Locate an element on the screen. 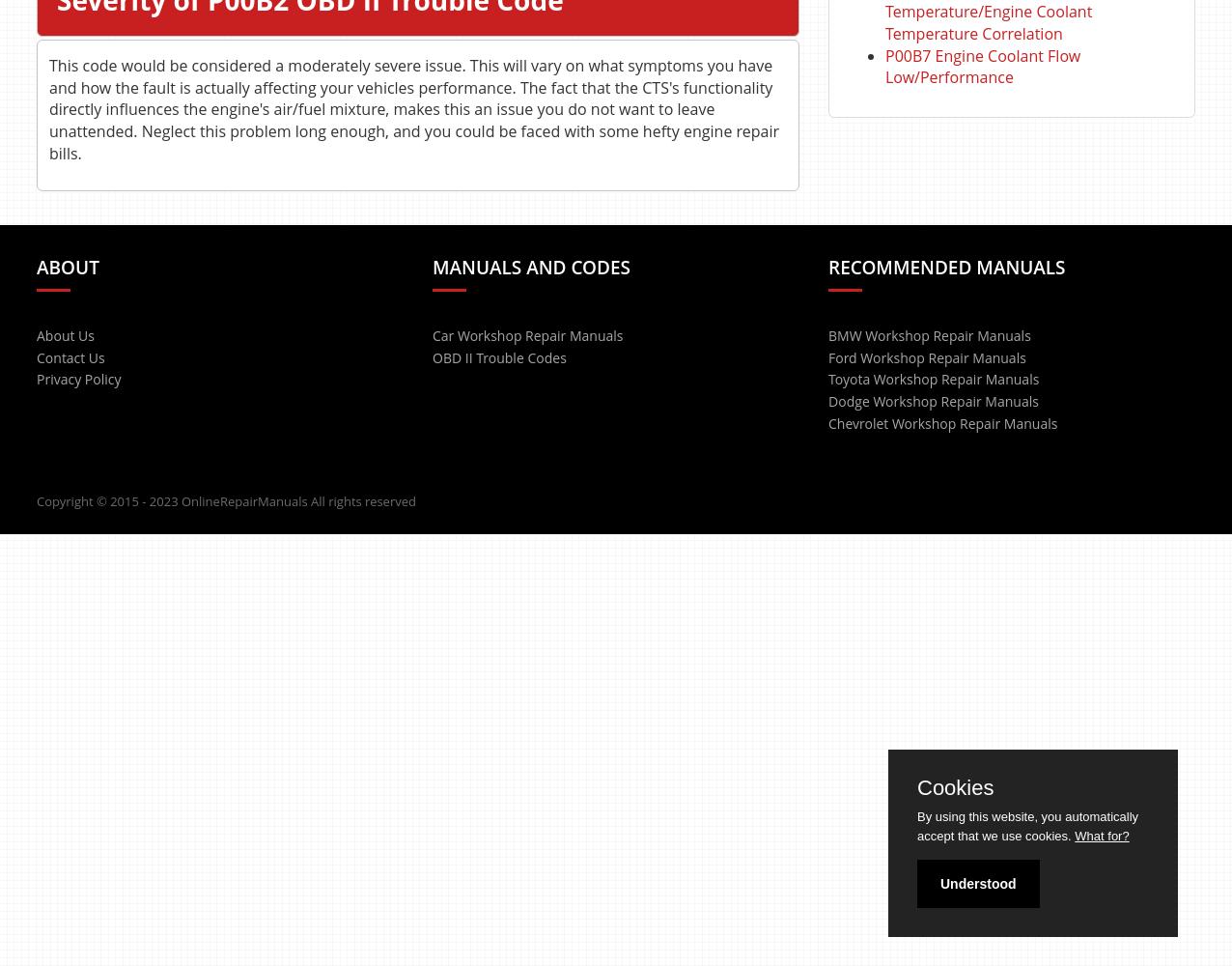 Image resolution: width=1232 pixels, height=966 pixels. 'What for?' is located at coordinates (1100, 835).